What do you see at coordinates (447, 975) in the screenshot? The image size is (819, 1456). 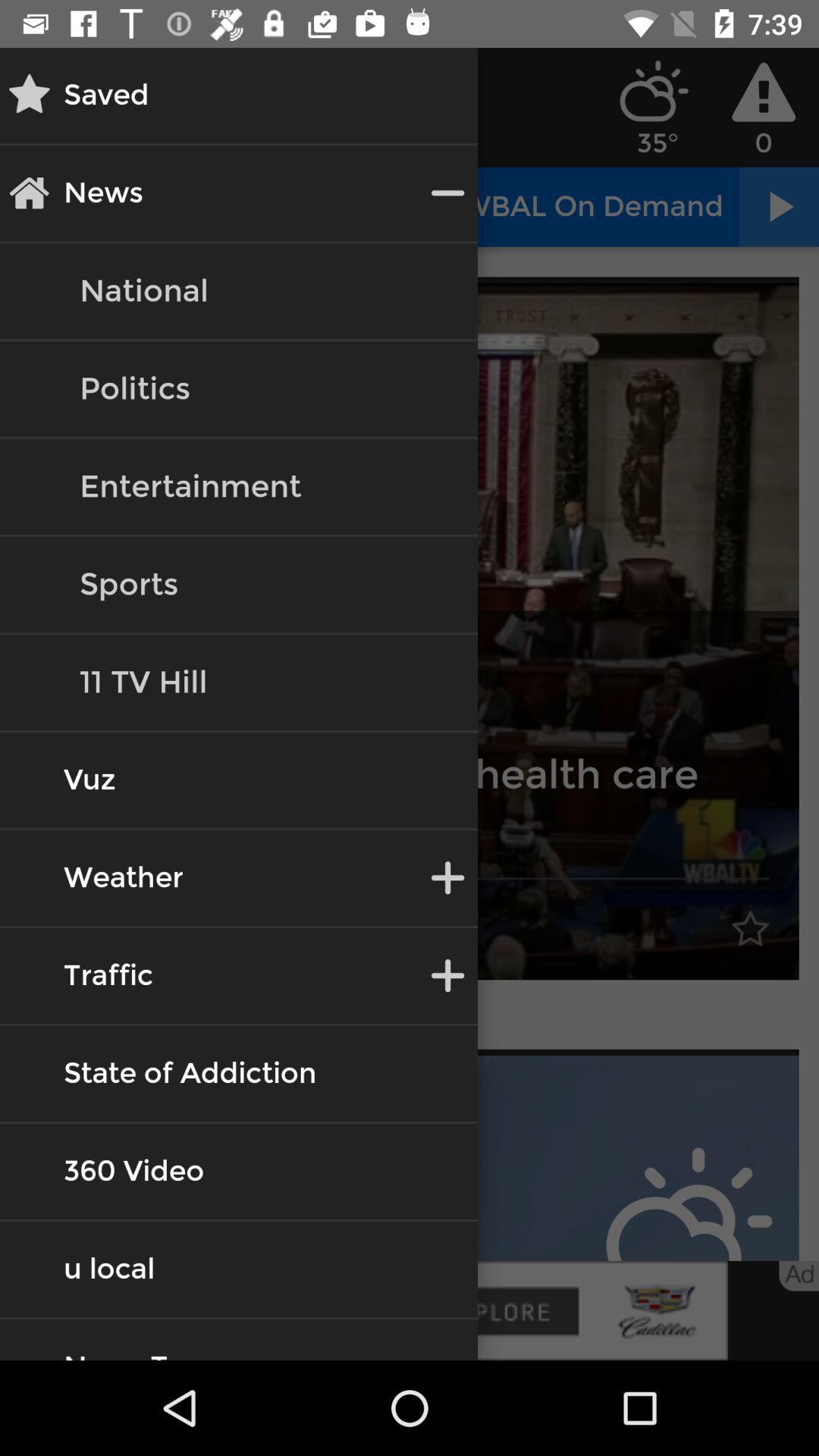 I see `beside traffic` at bounding box center [447, 975].